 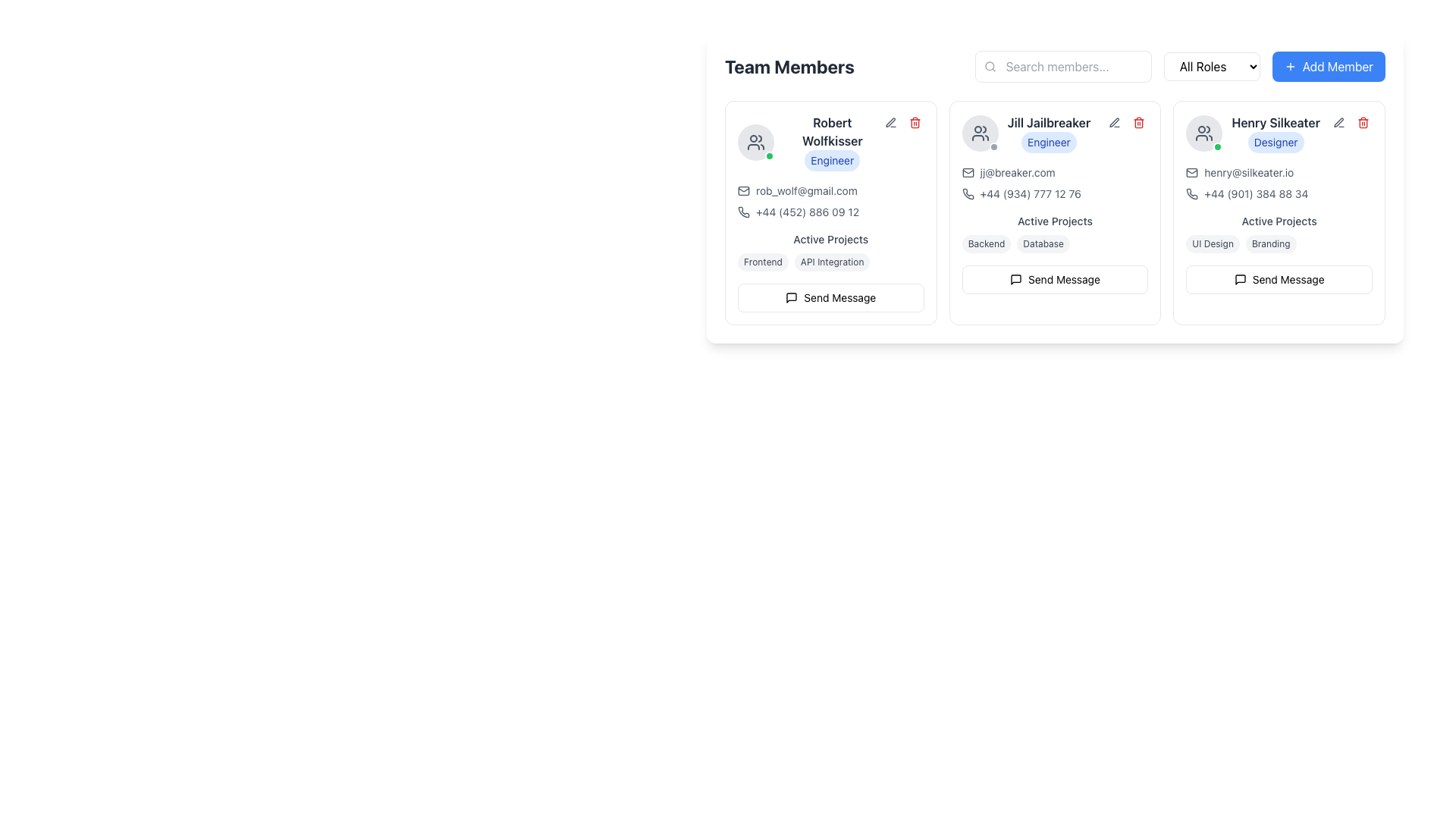 I want to click on the hyperlink displaying the email address in the 'Robert Wolfkisser' profile card, so click(x=805, y=190).